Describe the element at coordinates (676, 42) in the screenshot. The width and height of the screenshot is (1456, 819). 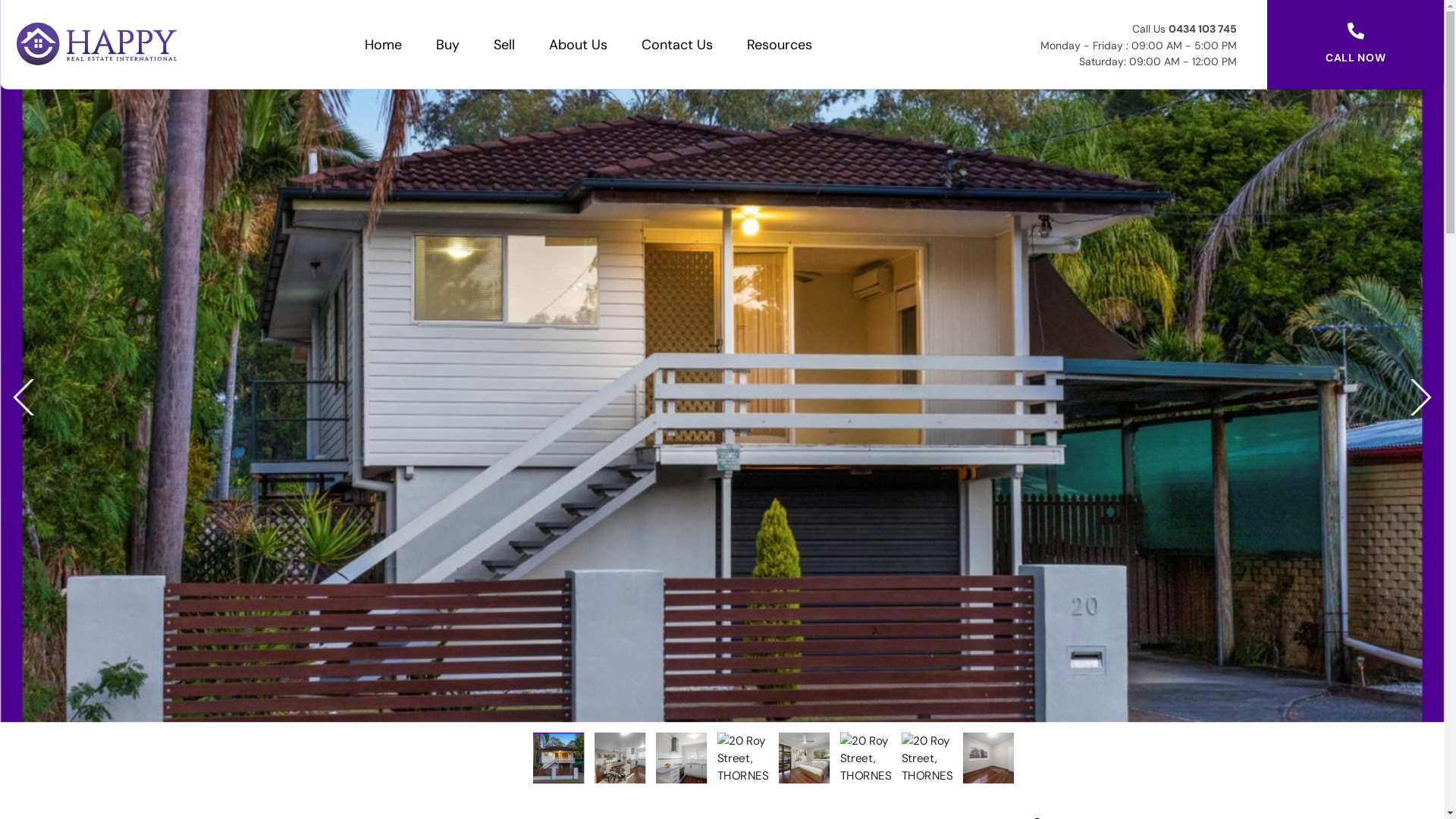
I see `'Contact Us'` at that location.